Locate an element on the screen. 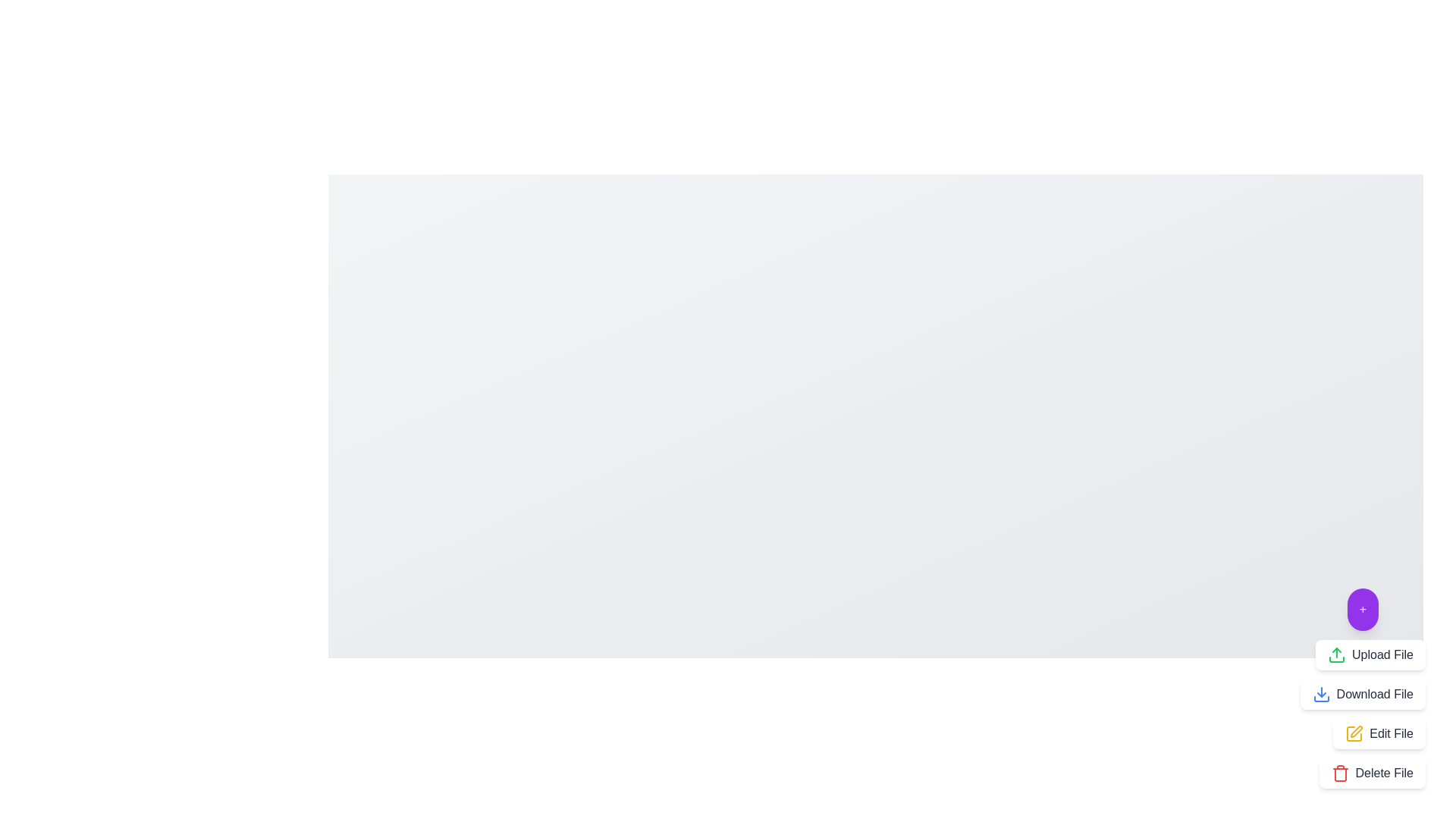  the 'Upload File' button to trigger the upload action is located at coordinates (1370, 654).